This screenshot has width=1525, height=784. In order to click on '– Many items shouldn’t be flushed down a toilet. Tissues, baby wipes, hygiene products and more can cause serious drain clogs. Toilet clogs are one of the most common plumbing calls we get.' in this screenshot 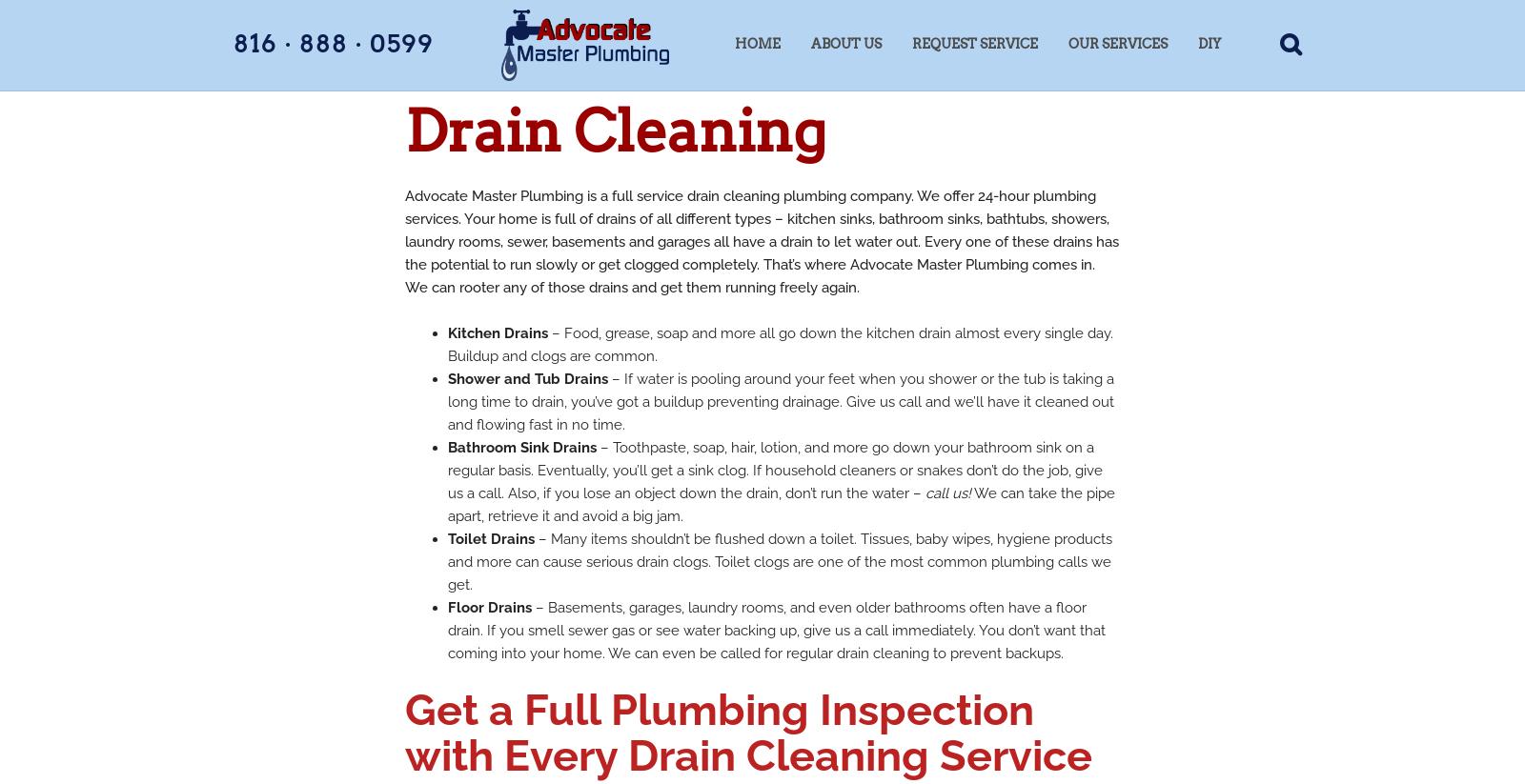, I will do `click(779, 562)`.